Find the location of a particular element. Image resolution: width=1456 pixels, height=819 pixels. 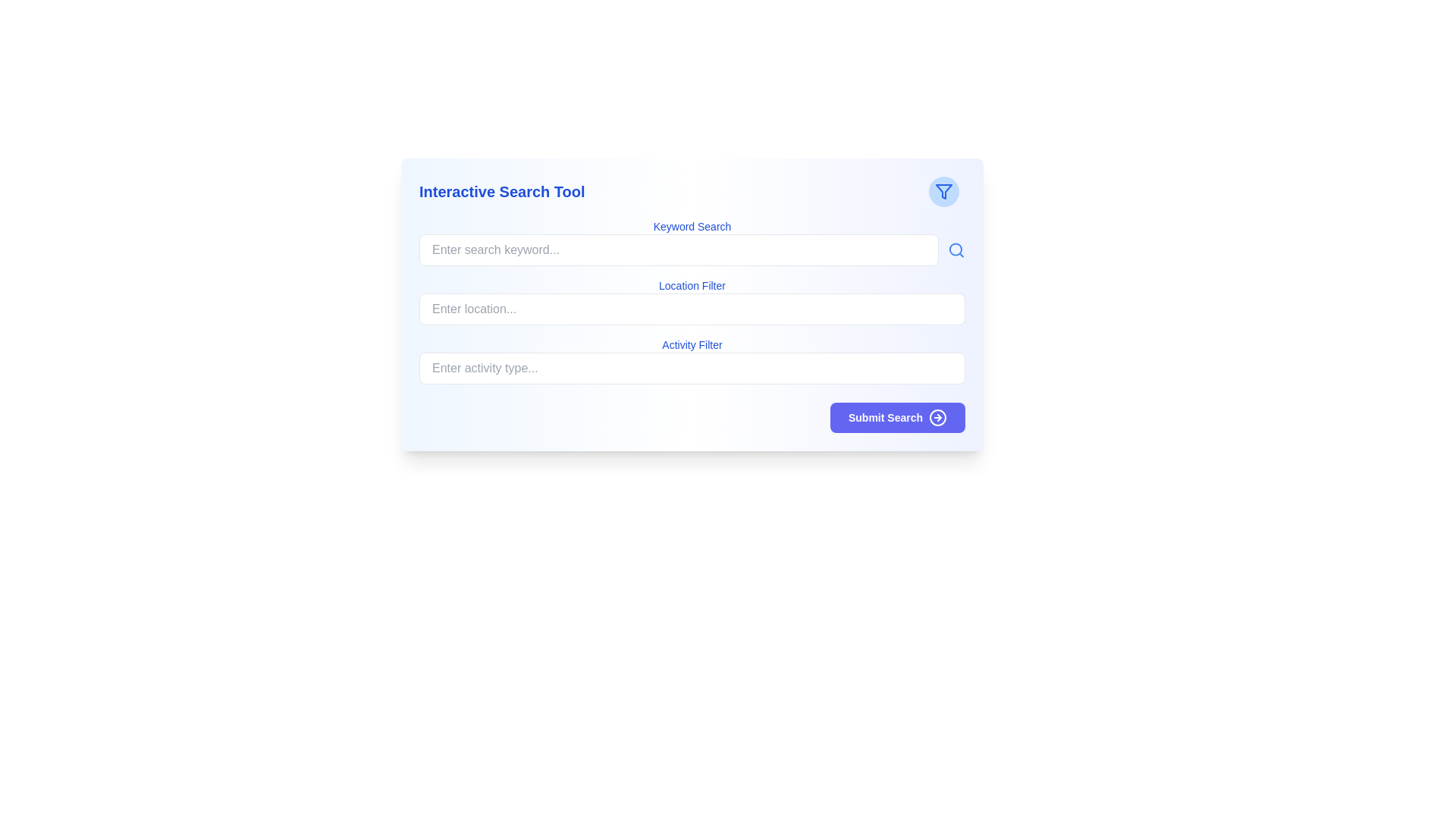

the blue funnel icon located in the top right corner of the interface is located at coordinates (943, 191).